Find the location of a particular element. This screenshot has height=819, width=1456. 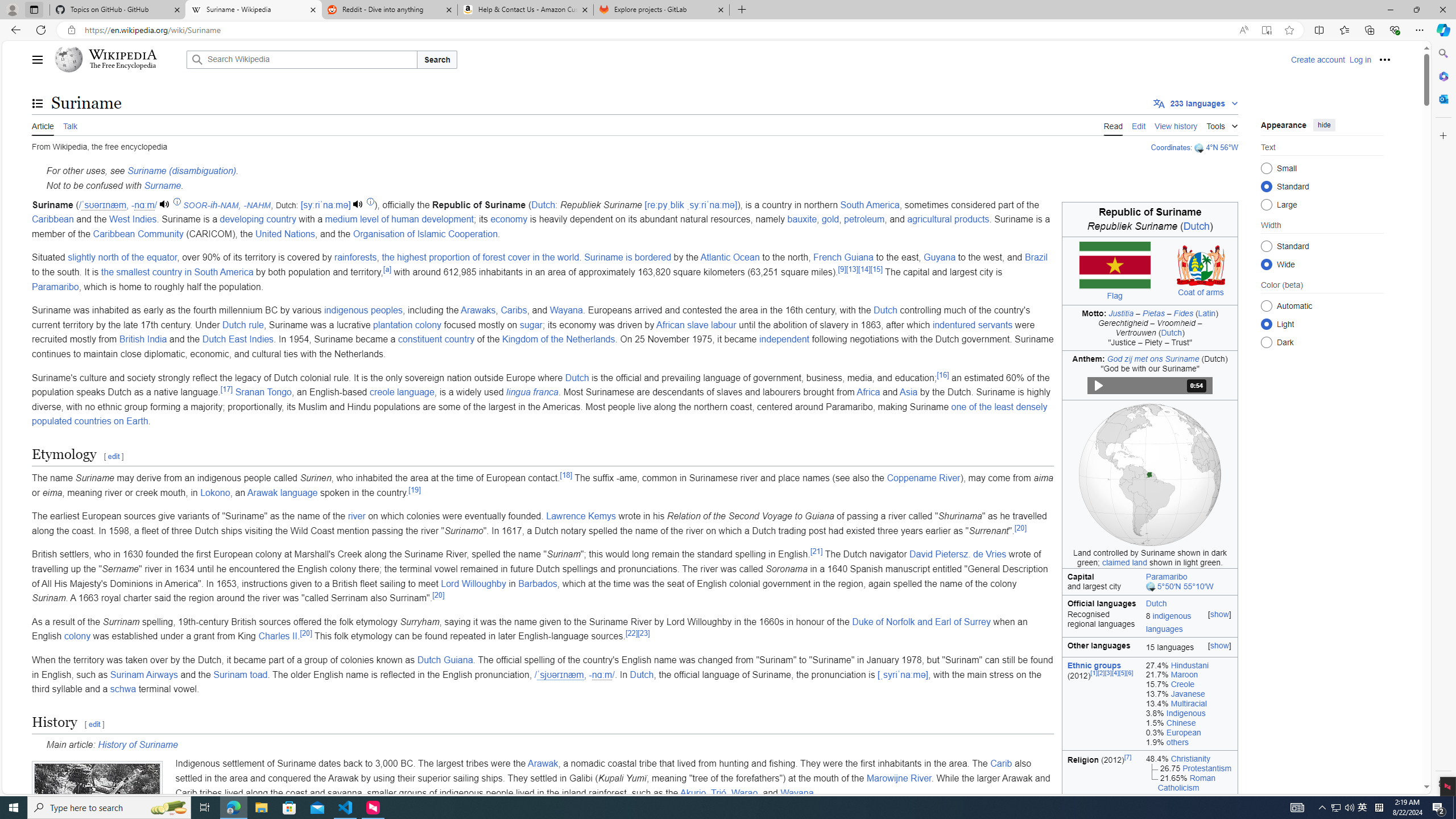

'South America' is located at coordinates (869, 205).